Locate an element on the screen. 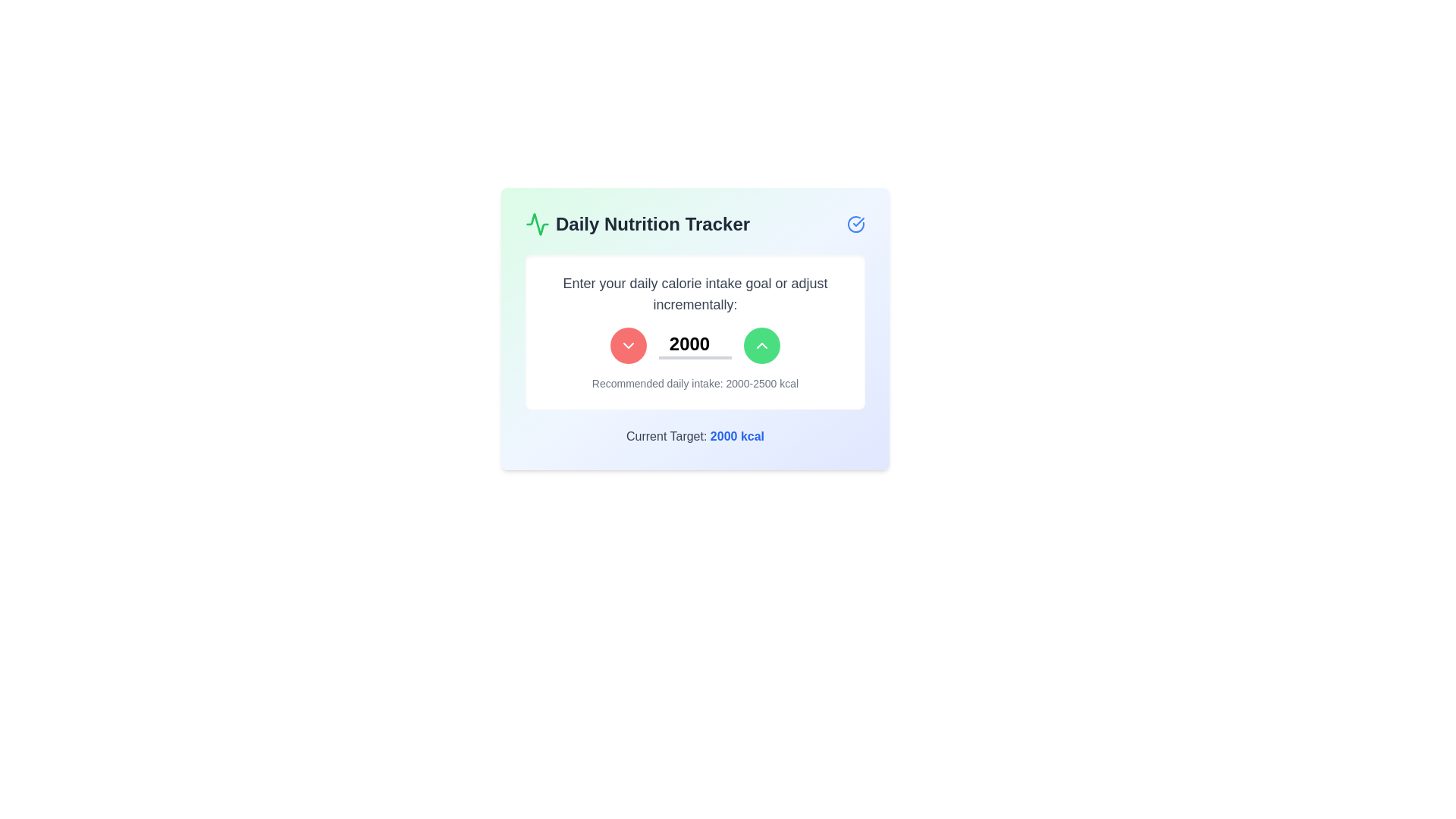  the decrement button located to the left of the numerical input field displaying '2000' to decrement its value is located at coordinates (629, 345).